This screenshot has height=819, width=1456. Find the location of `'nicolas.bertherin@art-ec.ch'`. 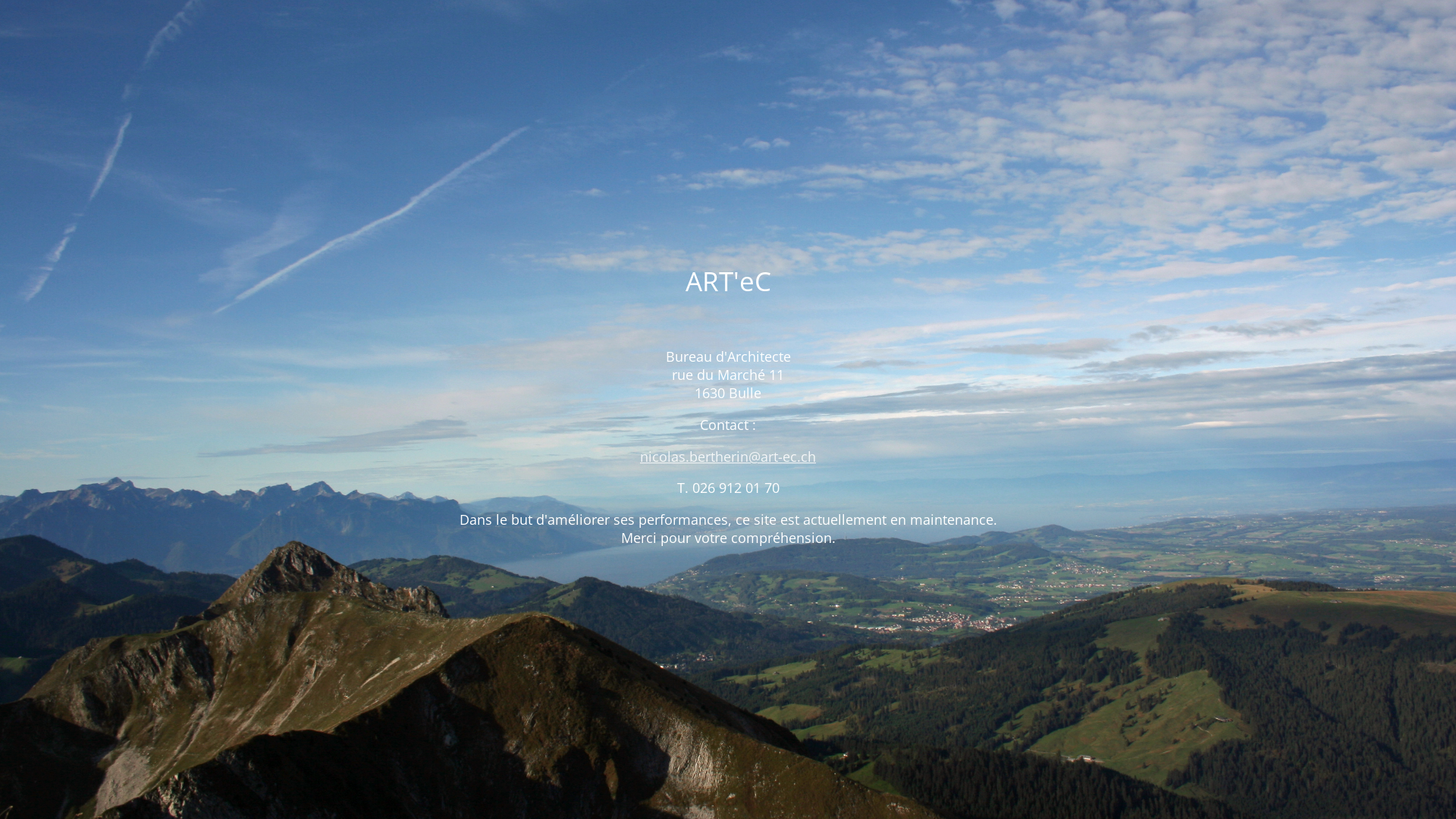

'nicolas.bertherin@art-ec.ch' is located at coordinates (640, 455).